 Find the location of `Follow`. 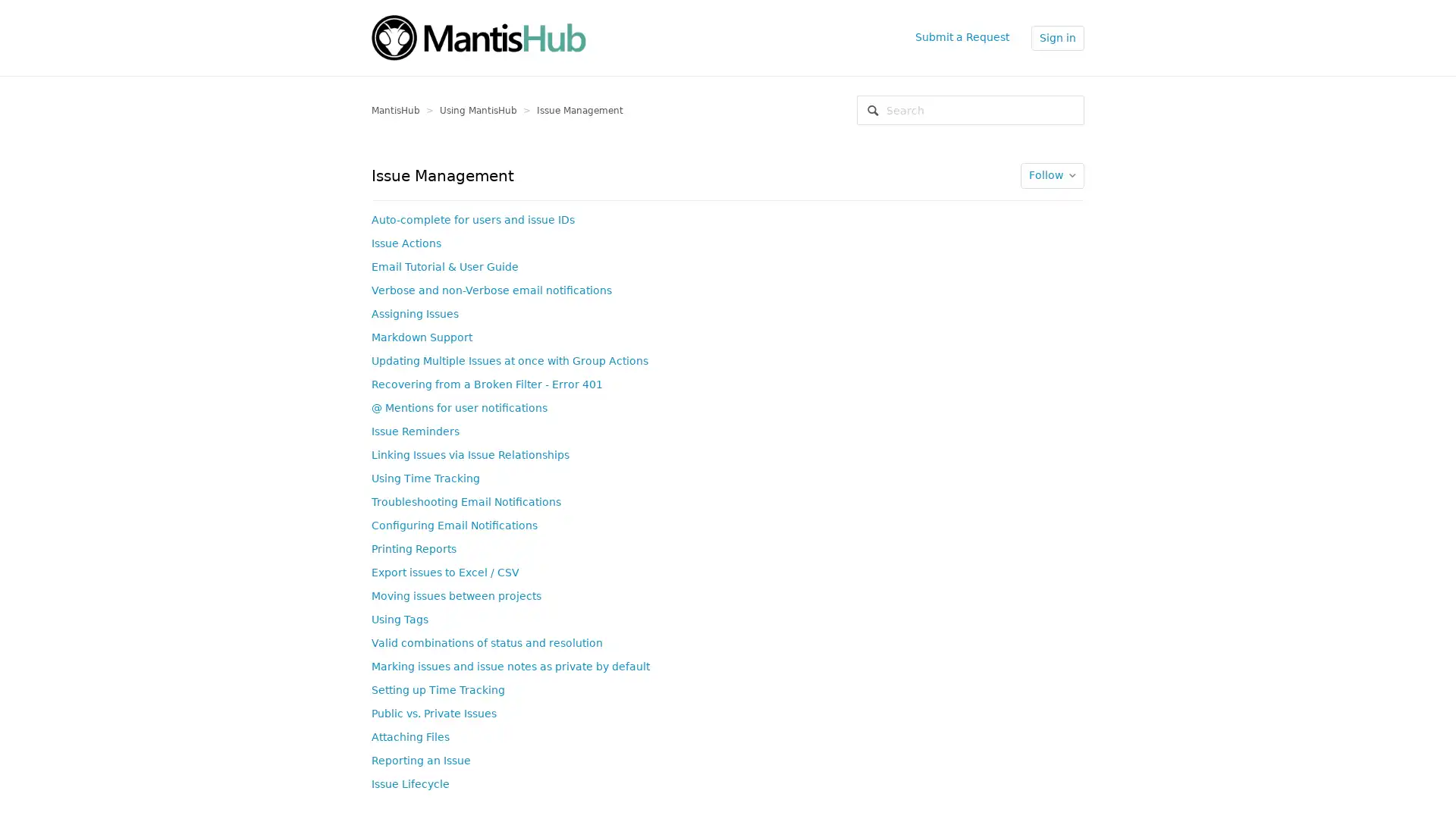

Follow is located at coordinates (1051, 174).